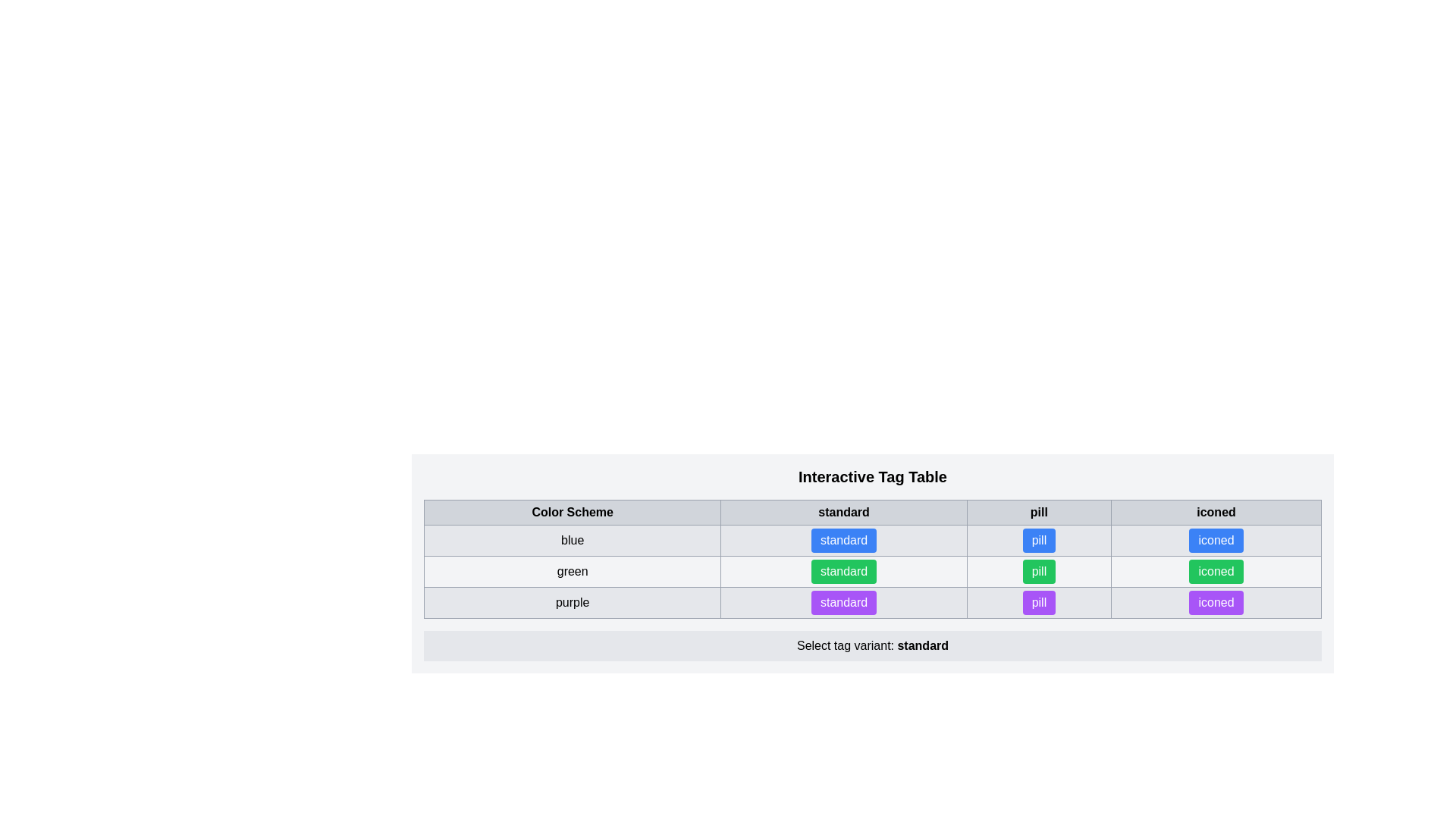 The height and width of the screenshot is (819, 1456). I want to click on the button labeled 'iconed' located in the third row and third column of the 'green' row, so click(1216, 571).